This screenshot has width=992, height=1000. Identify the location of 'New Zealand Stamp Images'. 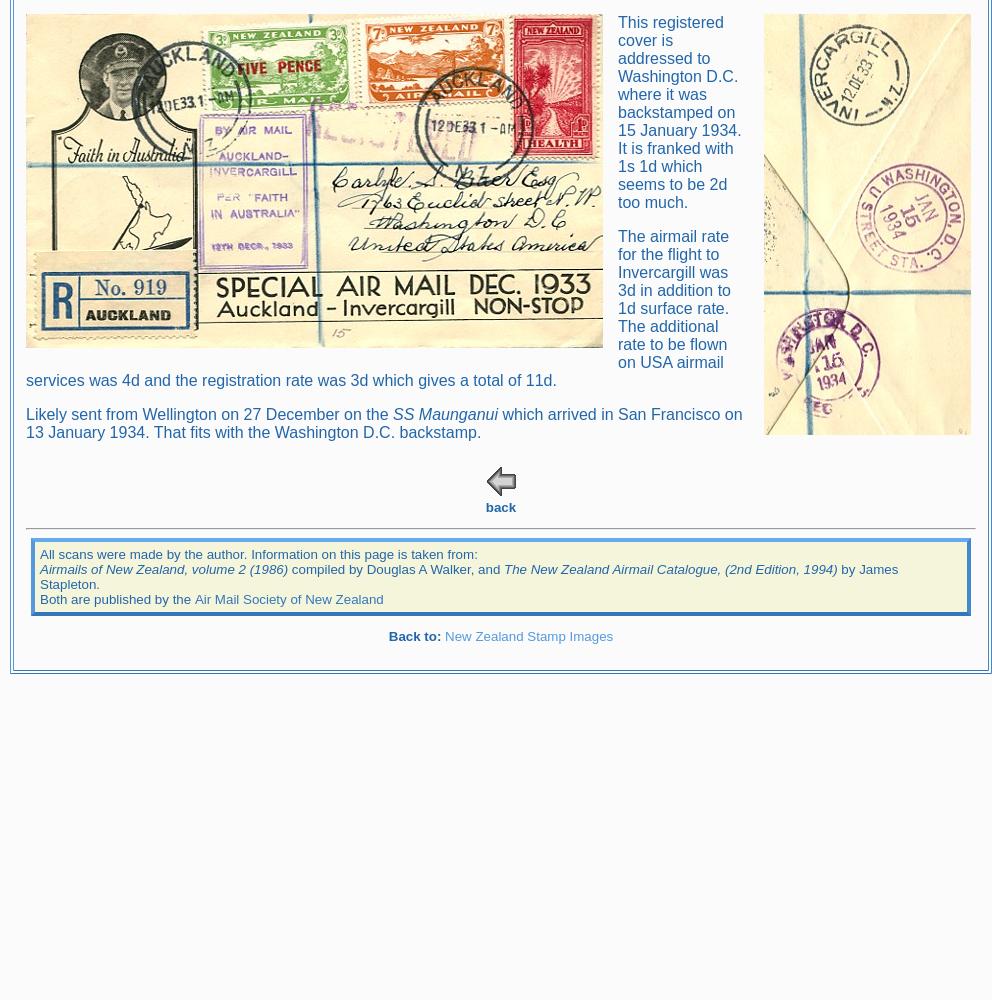
(528, 636).